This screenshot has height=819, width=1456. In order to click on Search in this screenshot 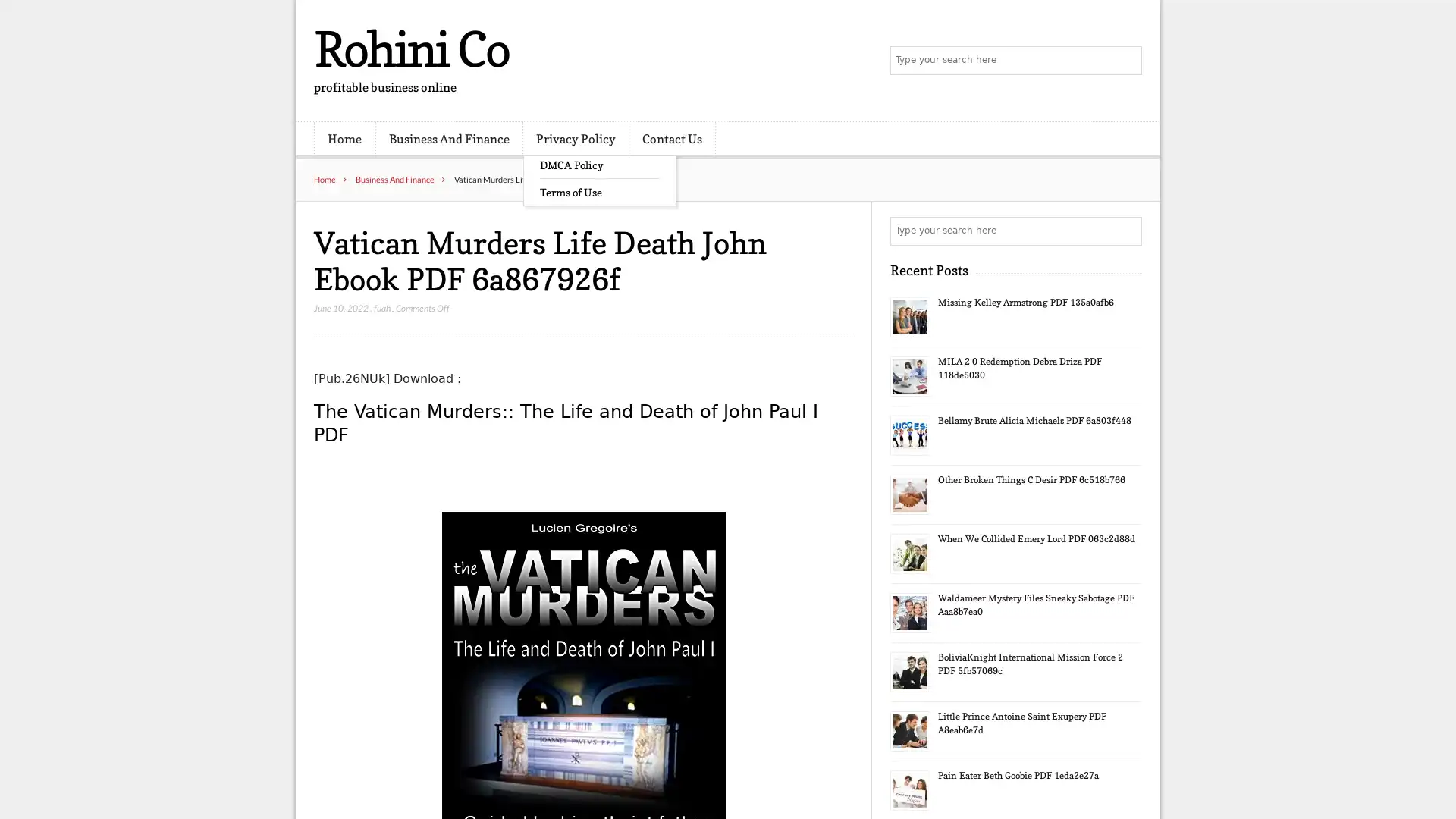, I will do `click(1126, 231)`.